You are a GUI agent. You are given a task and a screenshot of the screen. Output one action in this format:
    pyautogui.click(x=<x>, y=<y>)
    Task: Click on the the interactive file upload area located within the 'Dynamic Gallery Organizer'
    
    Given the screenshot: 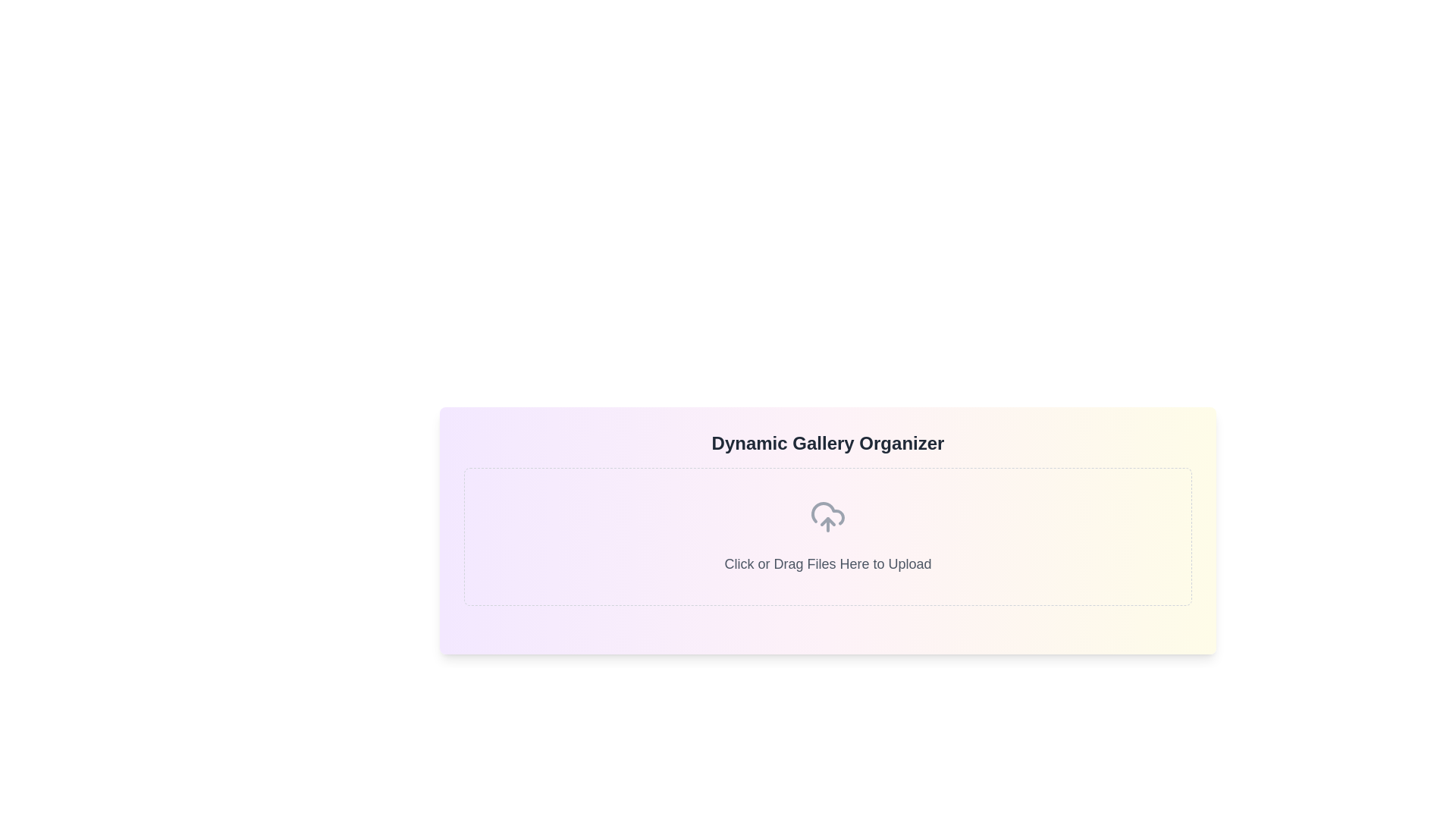 What is the action you would take?
    pyautogui.click(x=827, y=536)
    